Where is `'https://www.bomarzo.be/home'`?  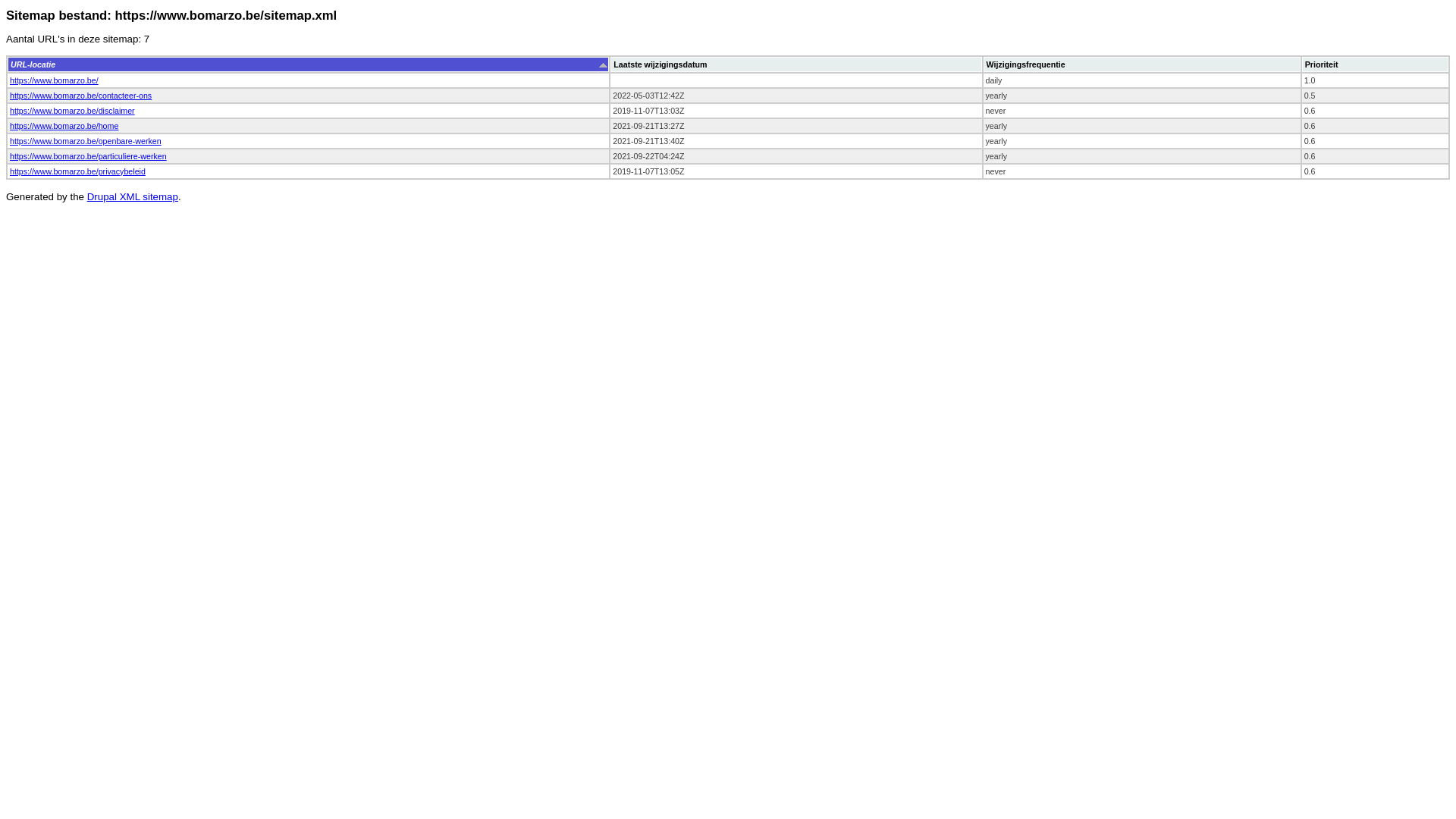 'https://www.bomarzo.be/home' is located at coordinates (10, 124).